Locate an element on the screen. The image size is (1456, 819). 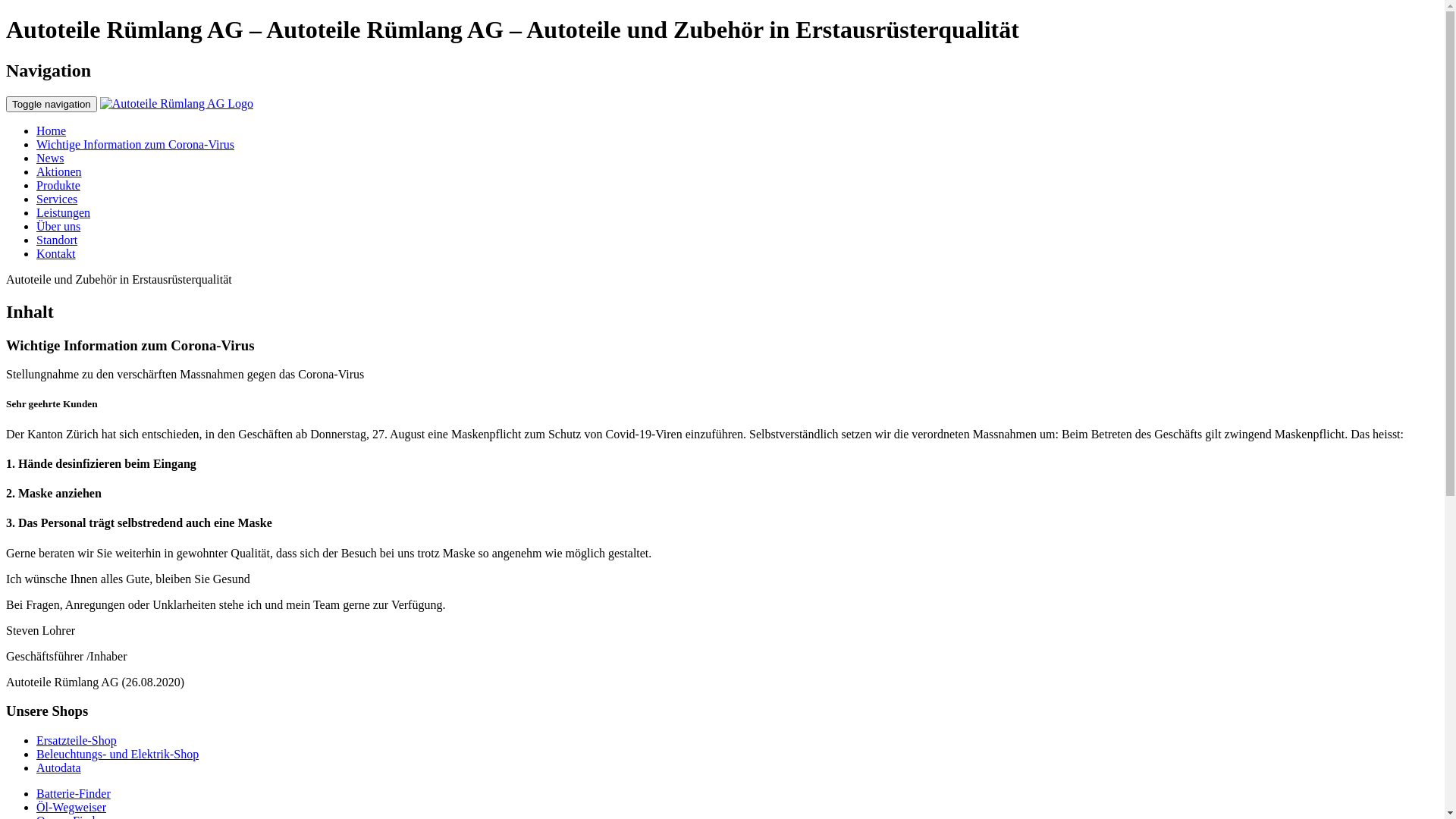
'News' is located at coordinates (50, 158).